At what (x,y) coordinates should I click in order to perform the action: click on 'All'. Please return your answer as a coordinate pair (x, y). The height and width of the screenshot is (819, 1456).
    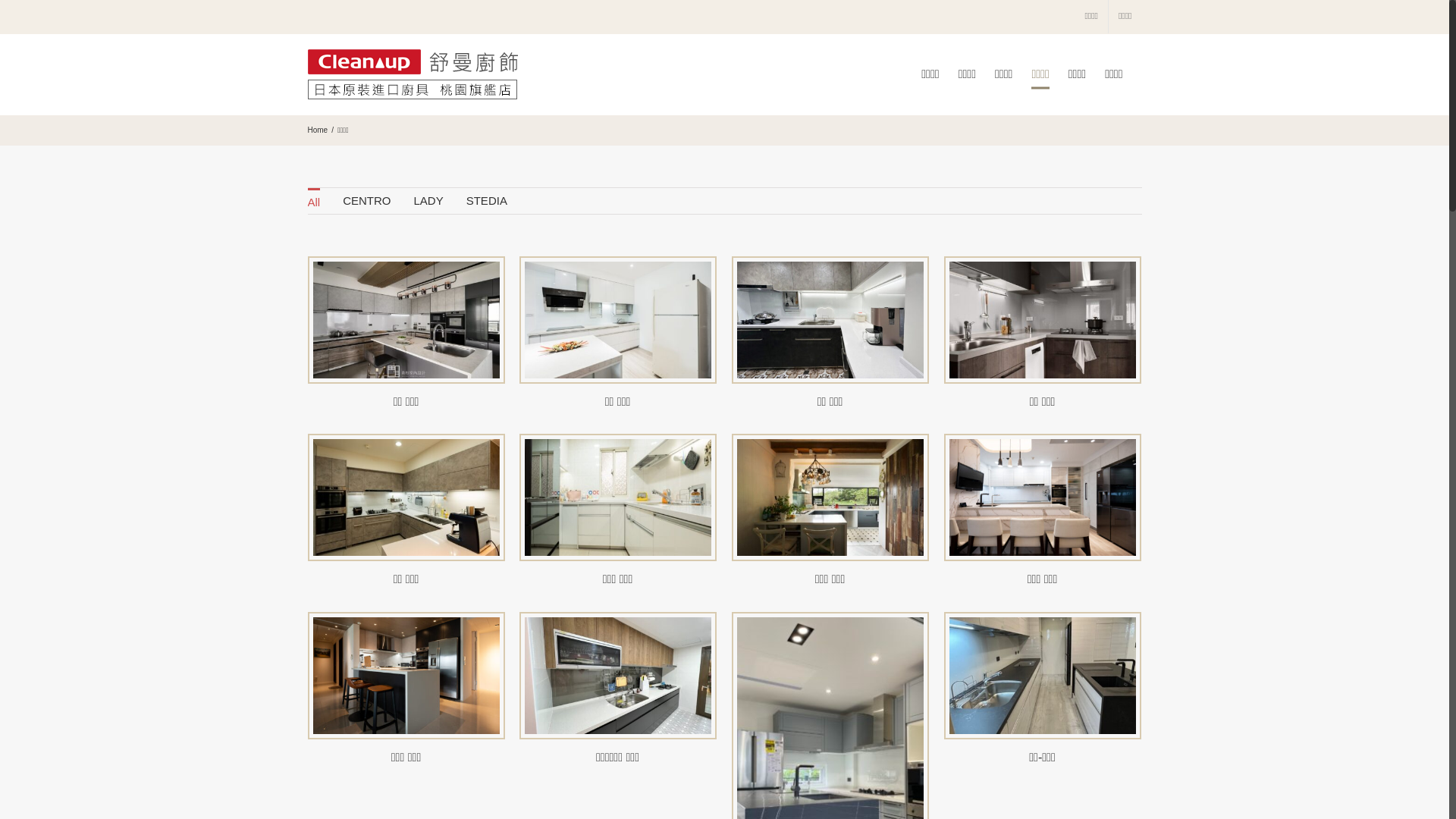
    Looking at the image, I should click on (313, 200).